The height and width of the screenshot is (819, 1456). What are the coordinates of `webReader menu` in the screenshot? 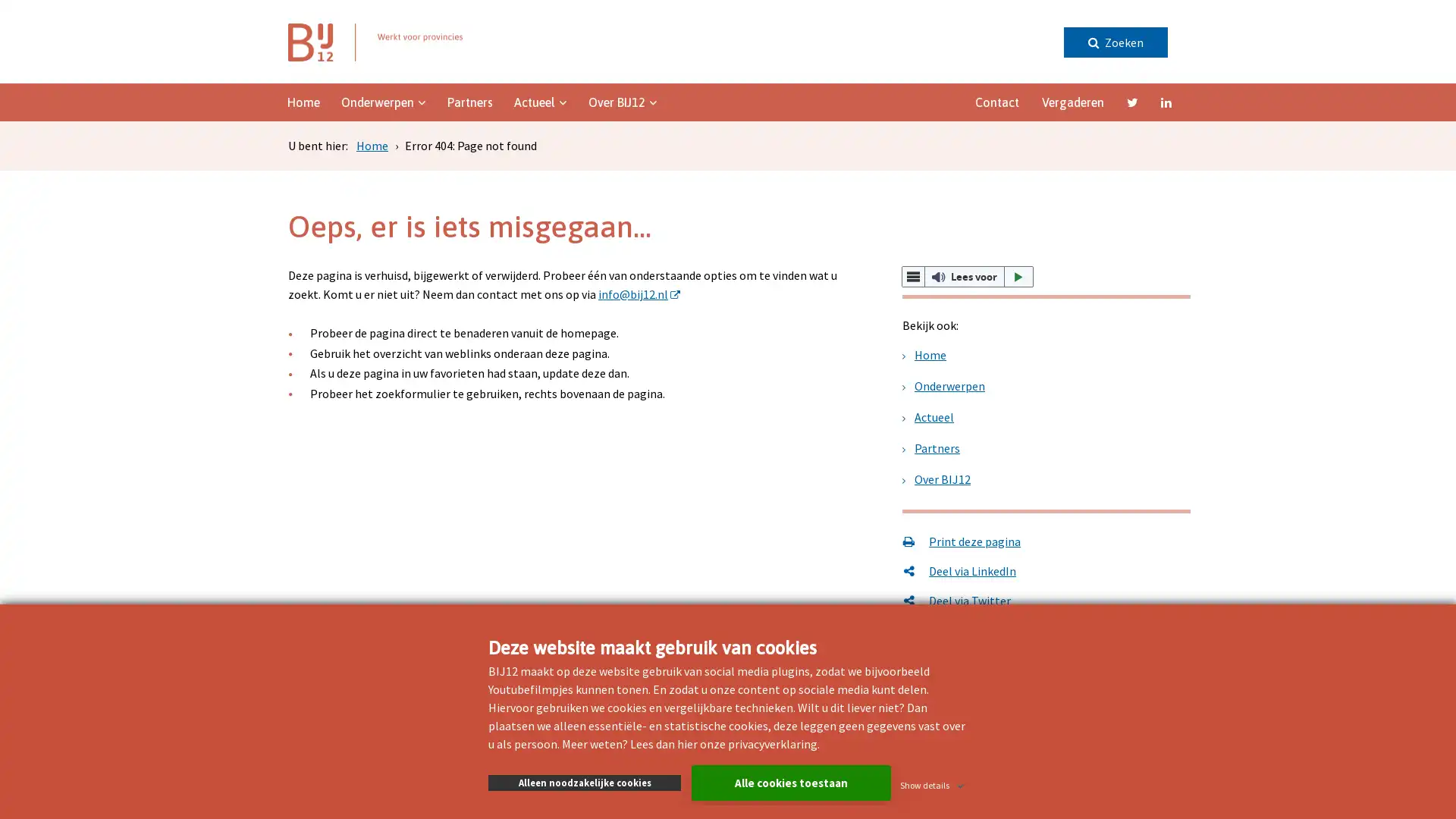 It's located at (912, 277).